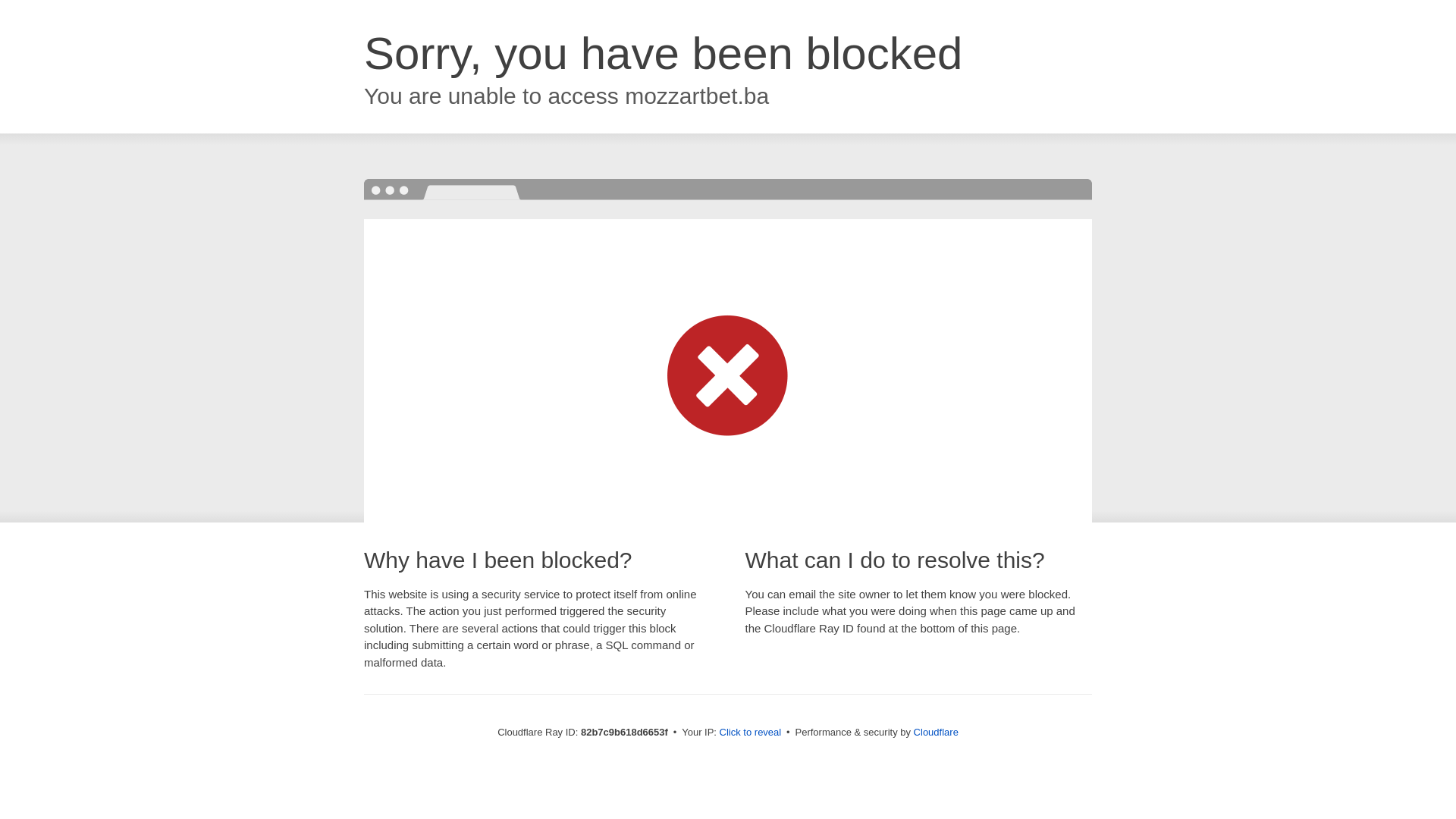 This screenshot has height=819, width=1456. Describe the element at coordinates (935, 731) in the screenshot. I see `'Cloudflare'` at that location.